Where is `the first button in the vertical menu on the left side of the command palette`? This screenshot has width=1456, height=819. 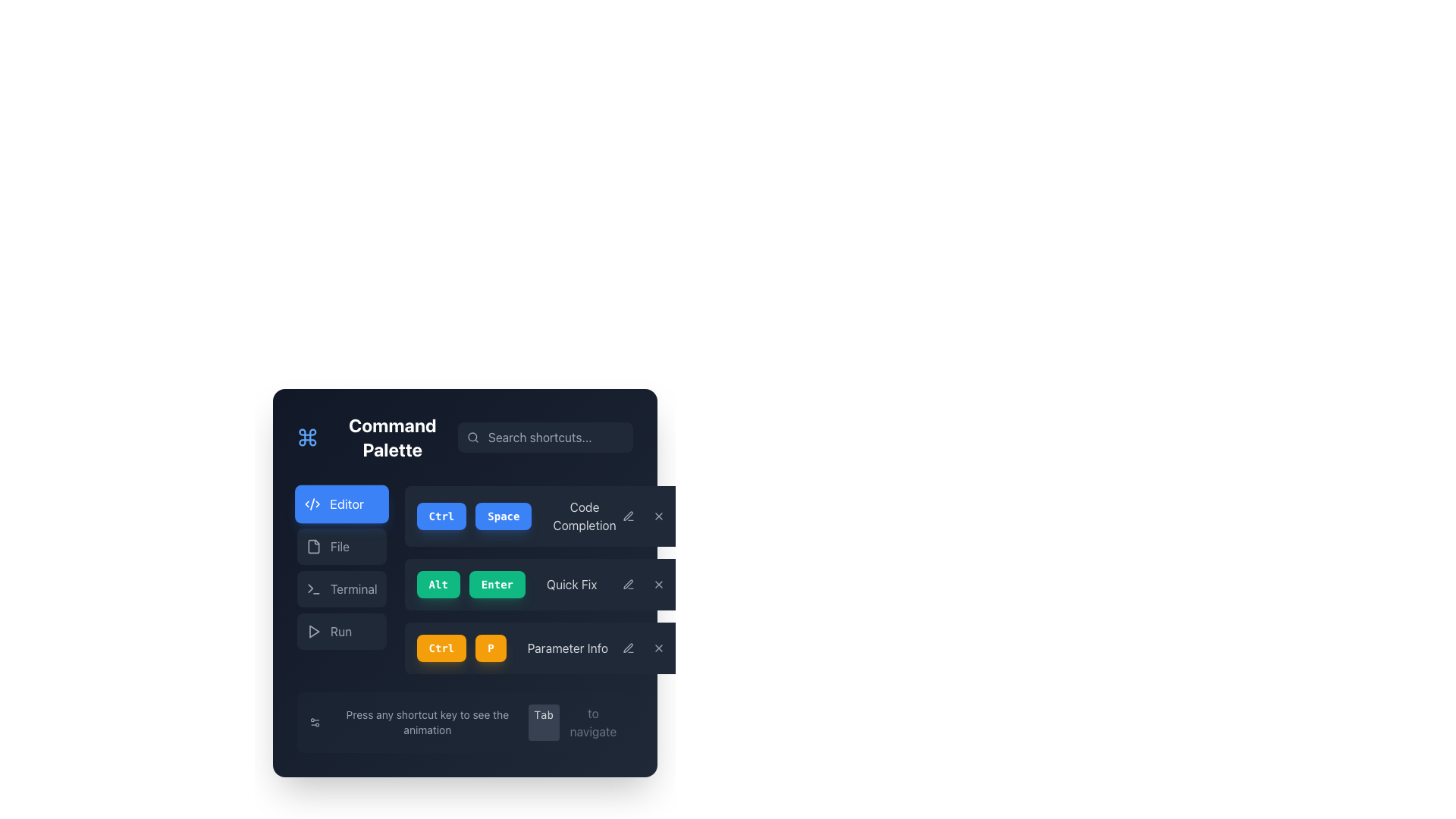
the first button in the vertical menu on the left side of the command palette is located at coordinates (340, 504).